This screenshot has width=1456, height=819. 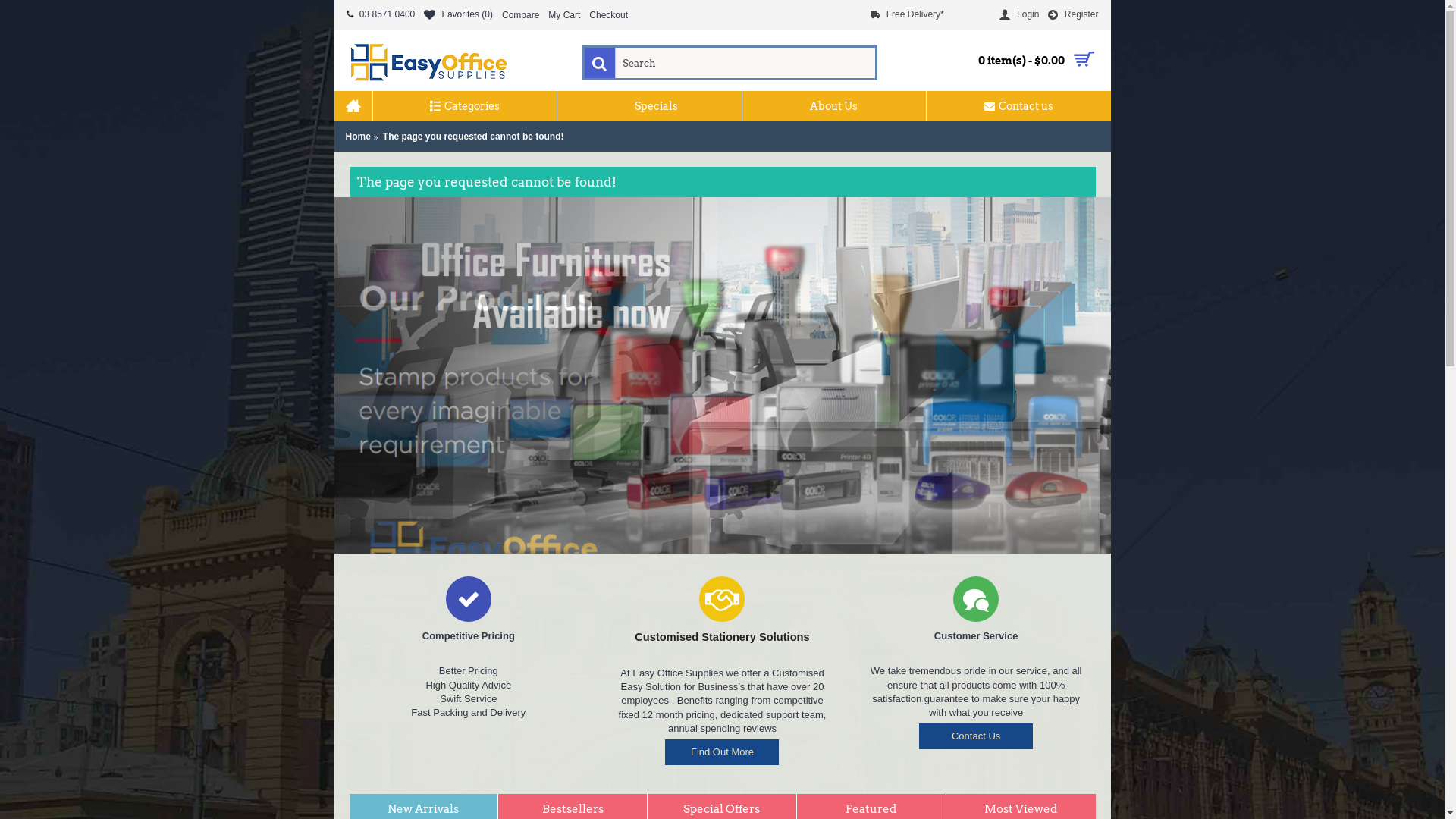 What do you see at coordinates (563, 14) in the screenshot?
I see `'My Cart'` at bounding box center [563, 14].